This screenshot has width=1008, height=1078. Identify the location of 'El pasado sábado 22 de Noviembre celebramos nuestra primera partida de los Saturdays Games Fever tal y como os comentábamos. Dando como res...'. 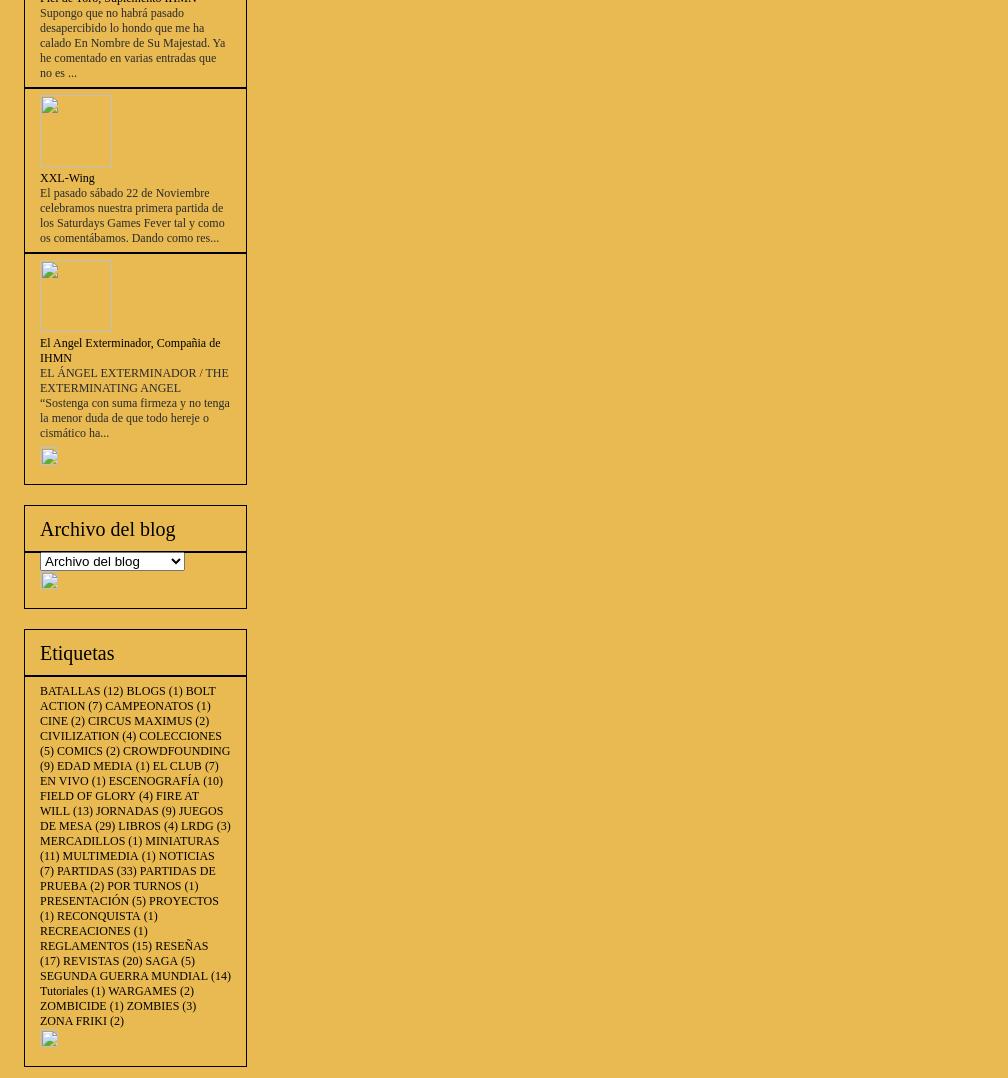
(132, 215).